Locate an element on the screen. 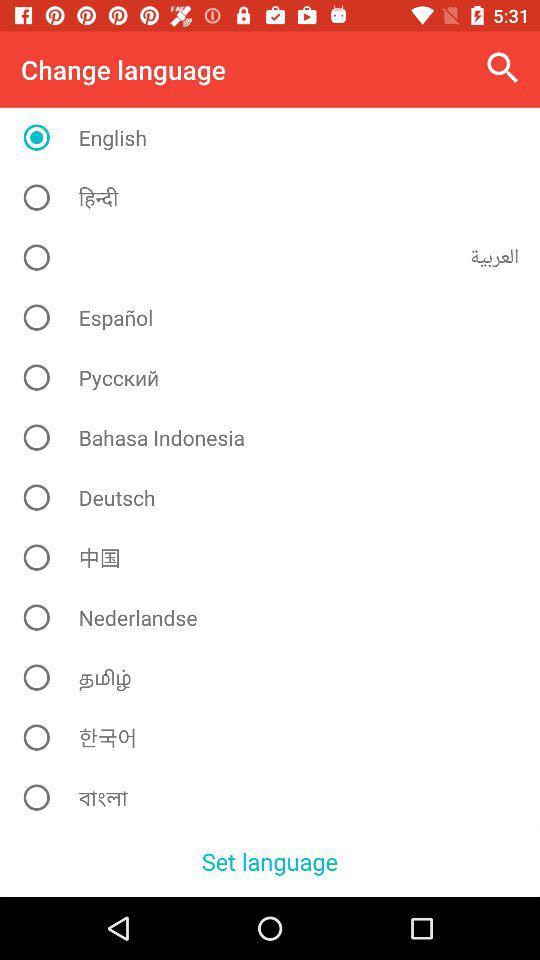  nederlandse icon is located at coordinates (276, 616).